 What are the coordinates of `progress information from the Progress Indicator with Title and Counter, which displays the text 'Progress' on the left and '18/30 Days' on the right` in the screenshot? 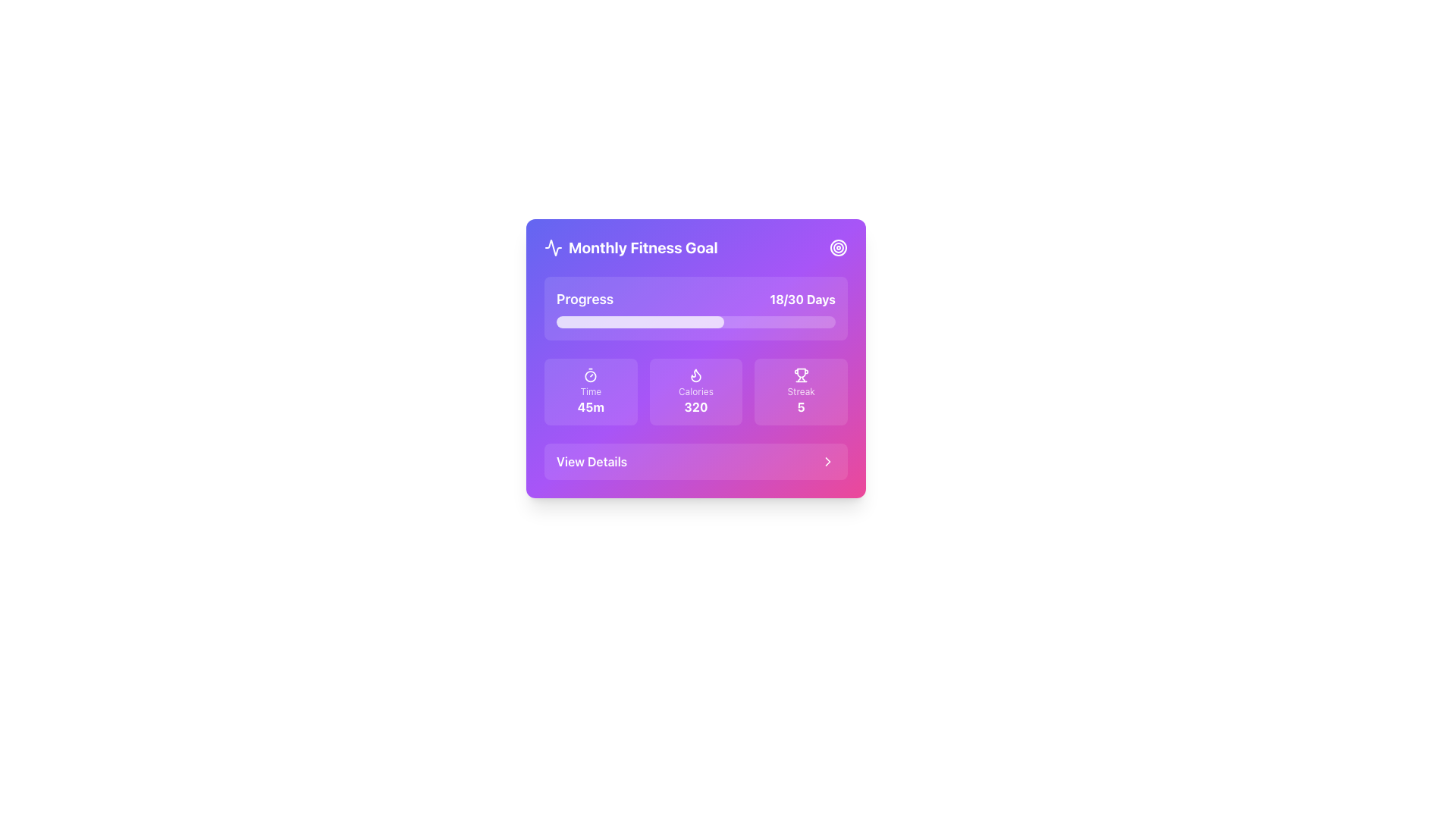 It's located at (695, 308).